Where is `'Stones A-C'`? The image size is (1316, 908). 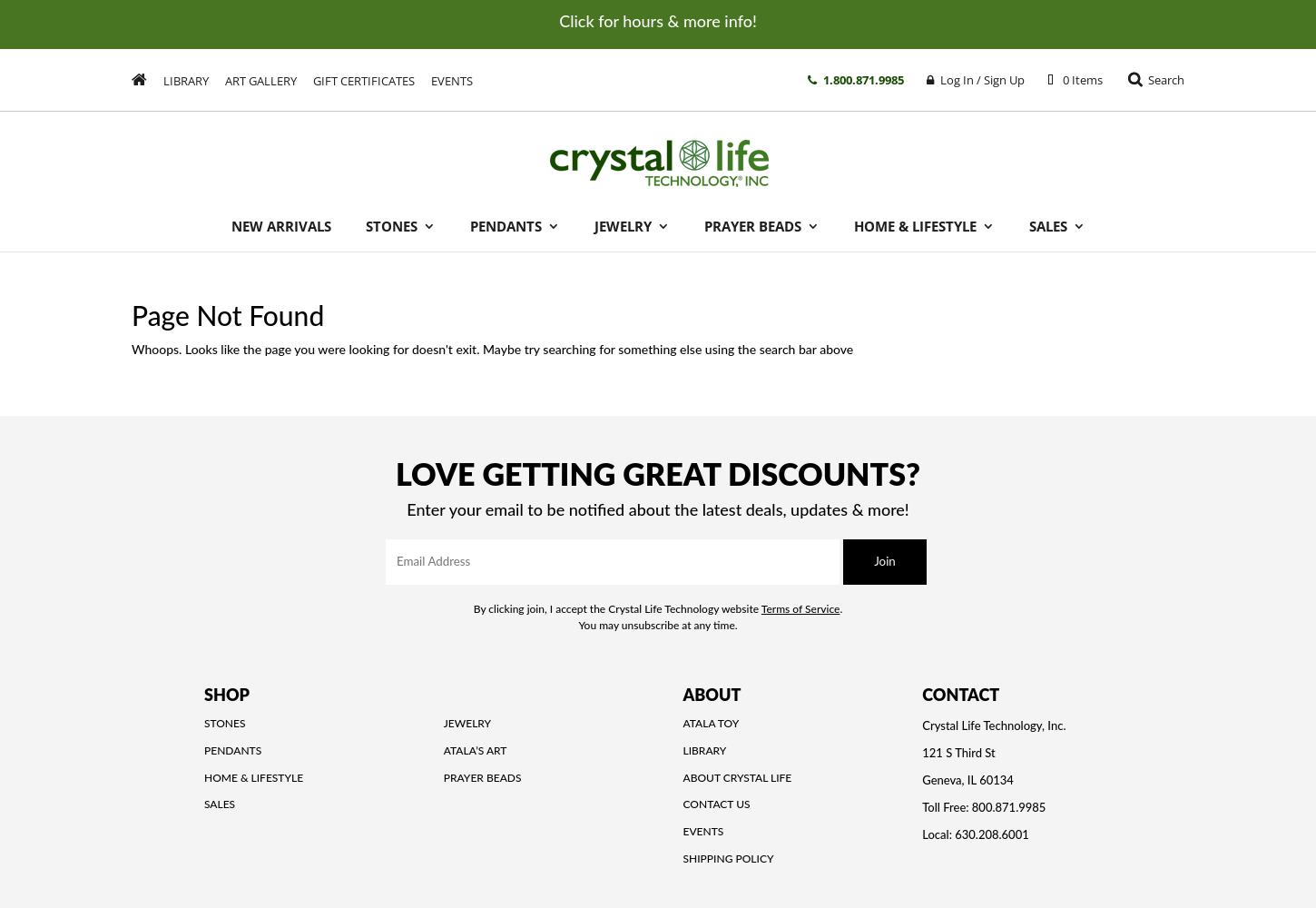 'Stones A-C' is located at coordinates (420, 285).